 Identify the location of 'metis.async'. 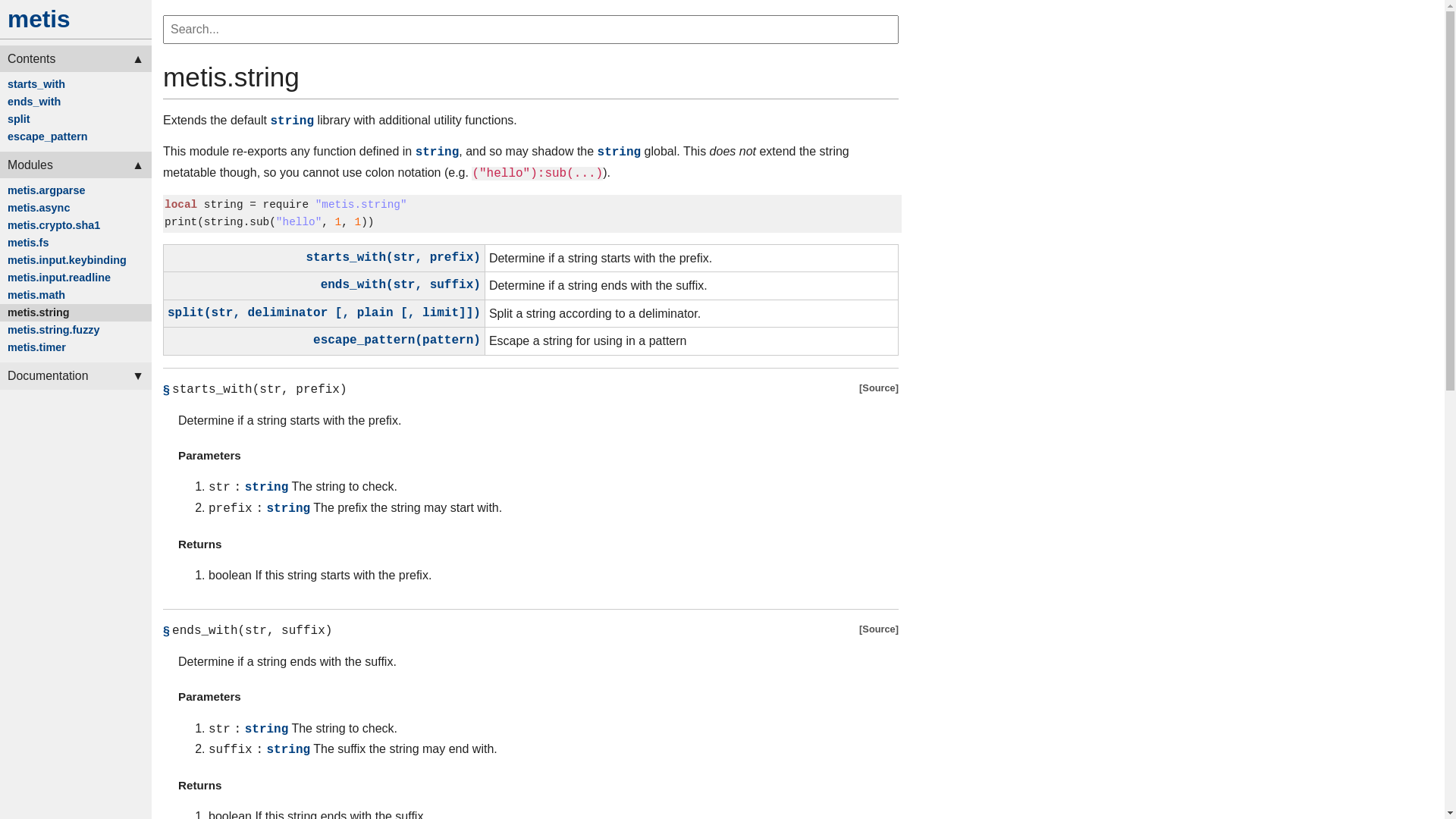
(75, 208).